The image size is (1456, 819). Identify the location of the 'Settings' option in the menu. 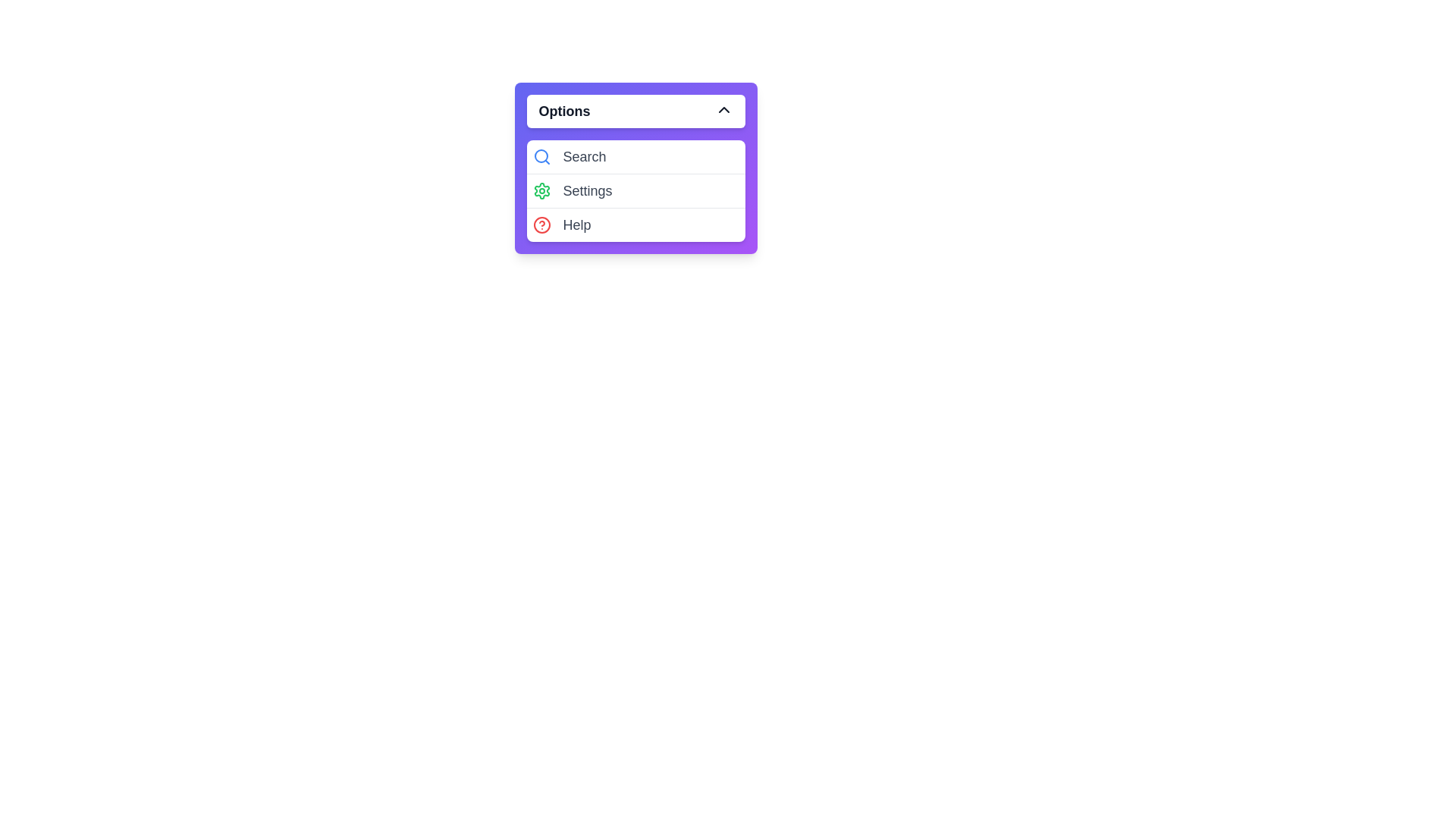
(635, 190).